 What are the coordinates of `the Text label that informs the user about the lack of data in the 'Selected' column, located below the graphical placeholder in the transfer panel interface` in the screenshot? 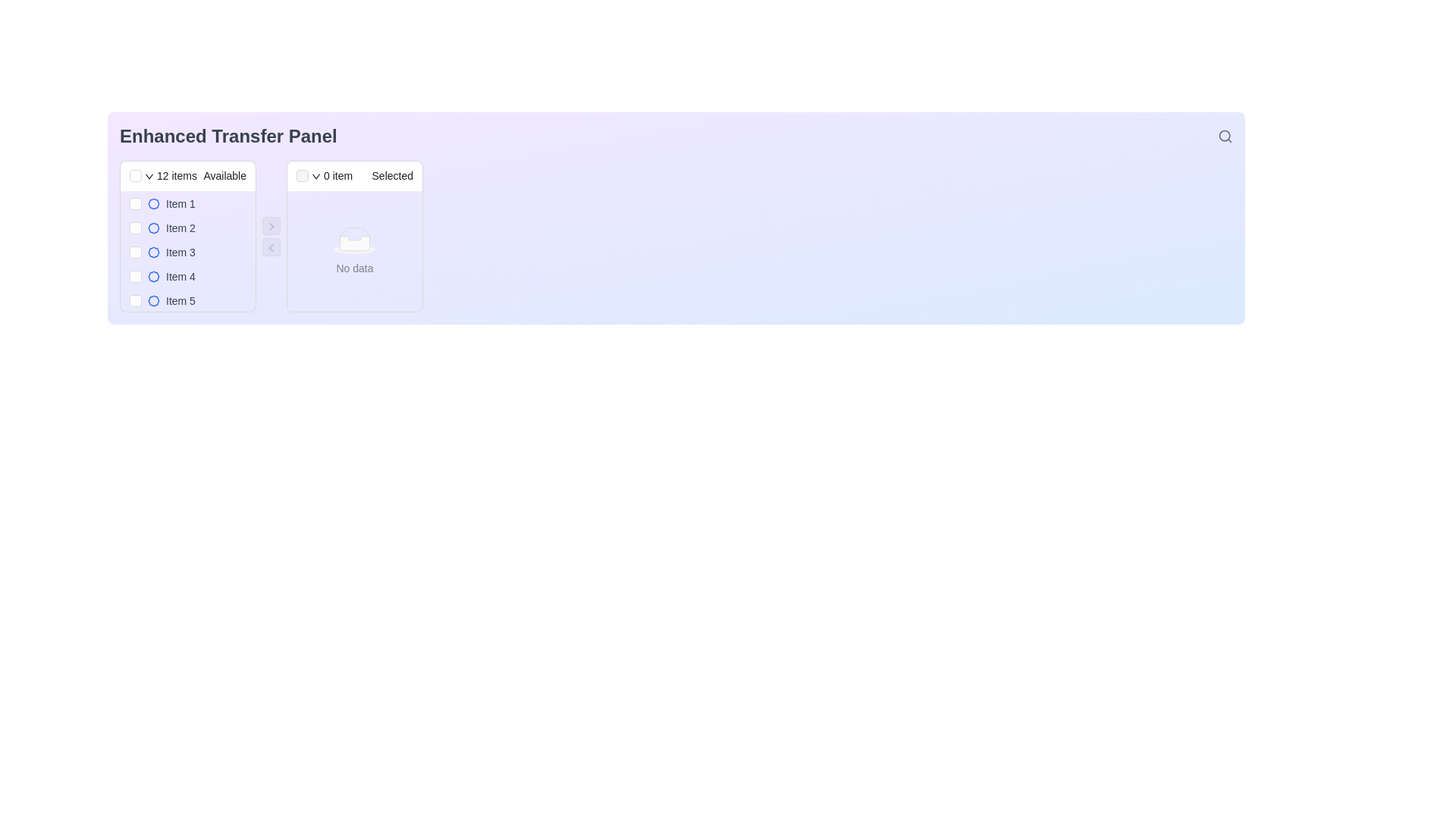 It's located at (353, 267).